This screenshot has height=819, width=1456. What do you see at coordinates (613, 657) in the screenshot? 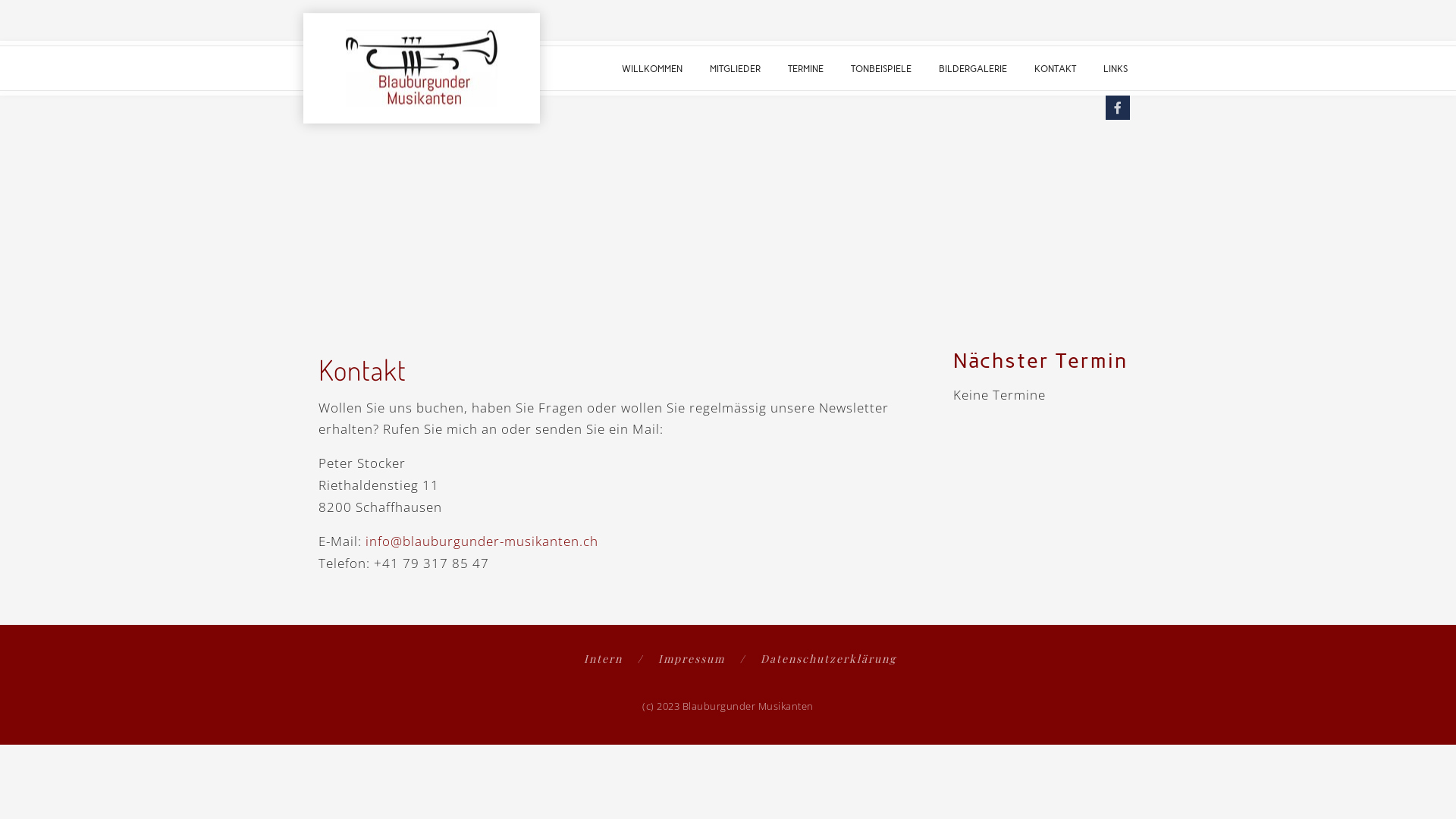
I see `'Intern'` at bounding box center [613, 657].